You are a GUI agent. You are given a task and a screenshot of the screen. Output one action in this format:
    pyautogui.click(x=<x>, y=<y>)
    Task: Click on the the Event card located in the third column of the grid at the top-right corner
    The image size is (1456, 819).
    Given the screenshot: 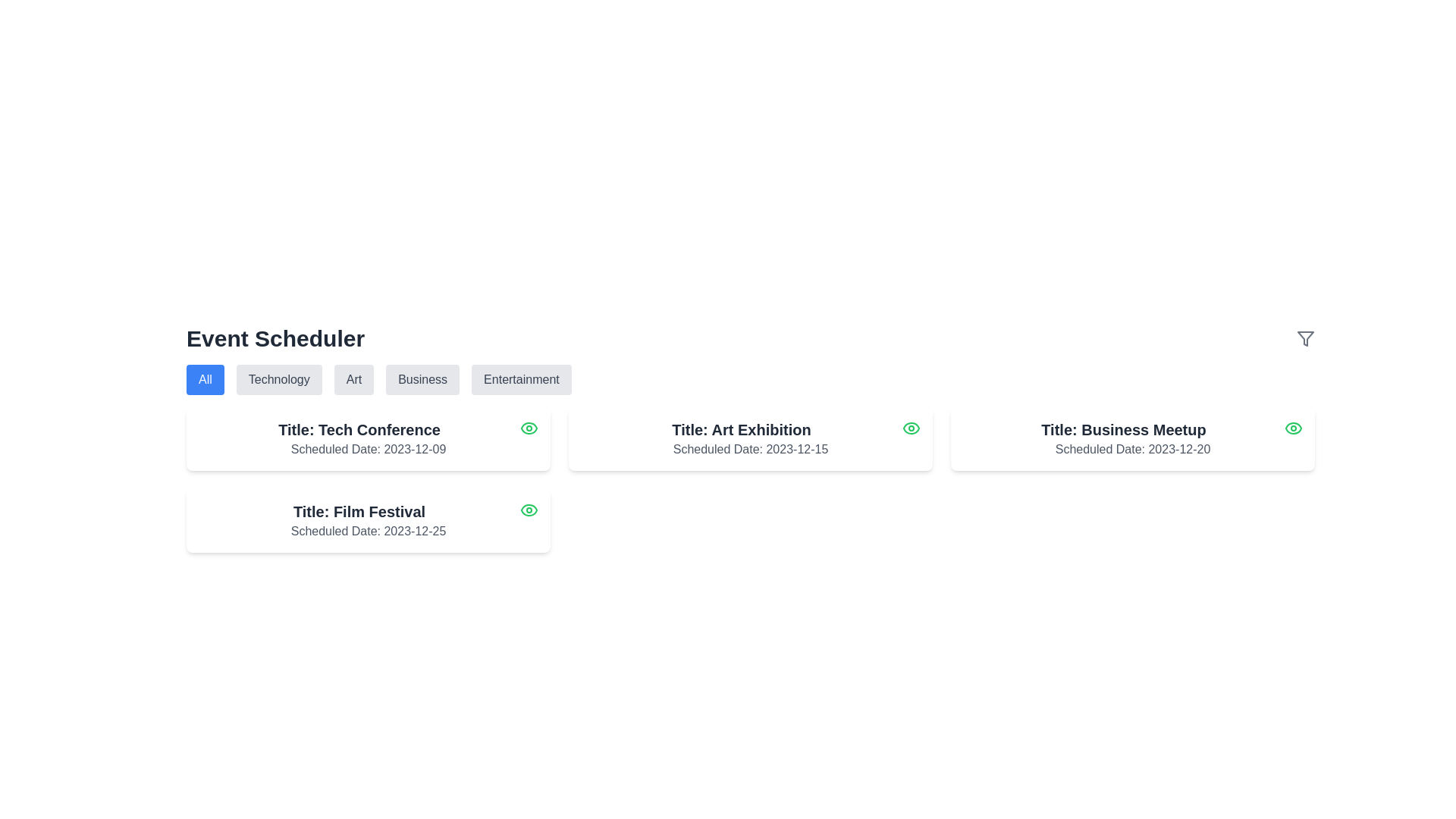 What is the action you would take?
    pyautogui.click(x=1132, y=438)
    